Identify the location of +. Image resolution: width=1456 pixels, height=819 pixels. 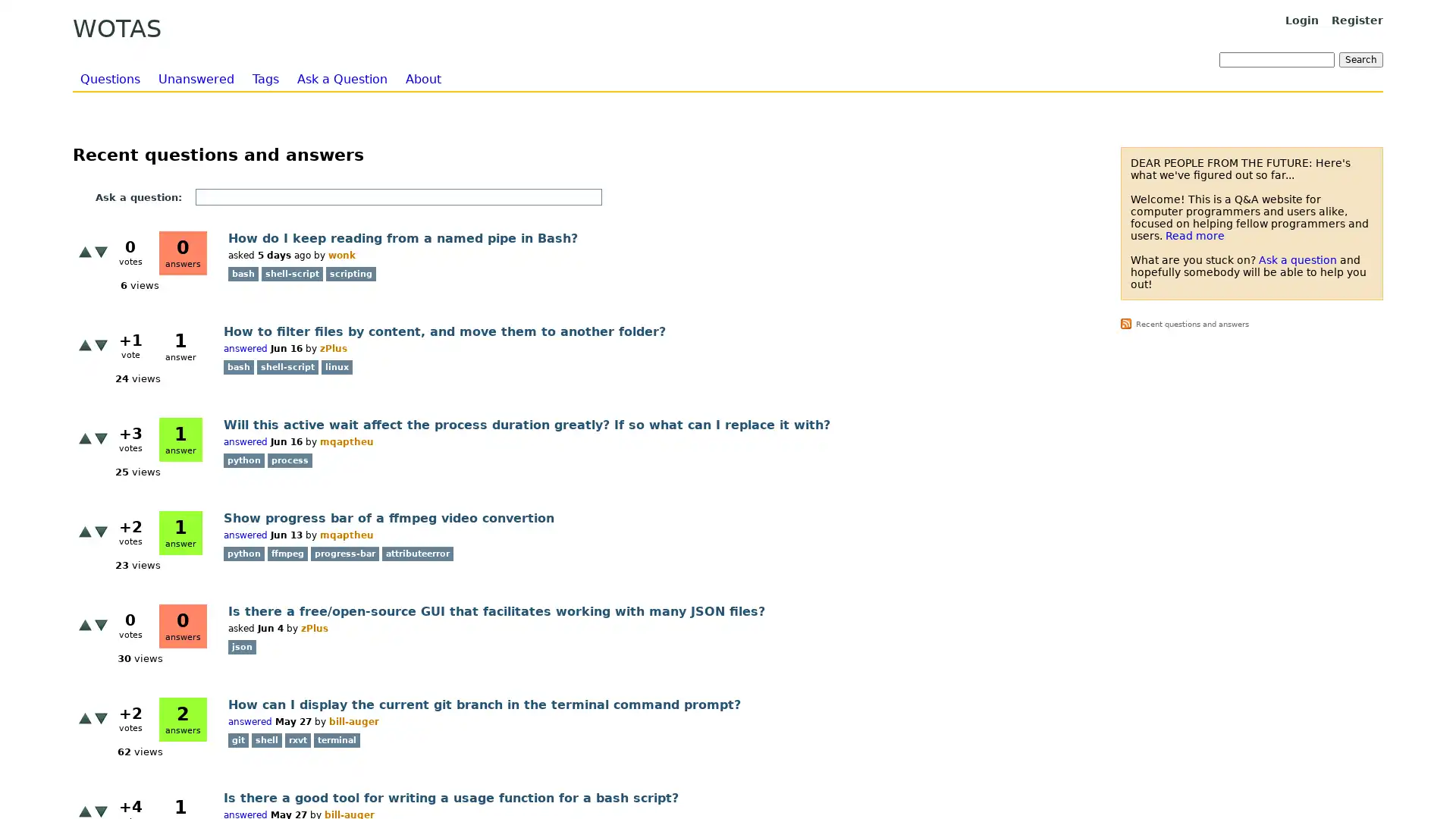
(84, 345).